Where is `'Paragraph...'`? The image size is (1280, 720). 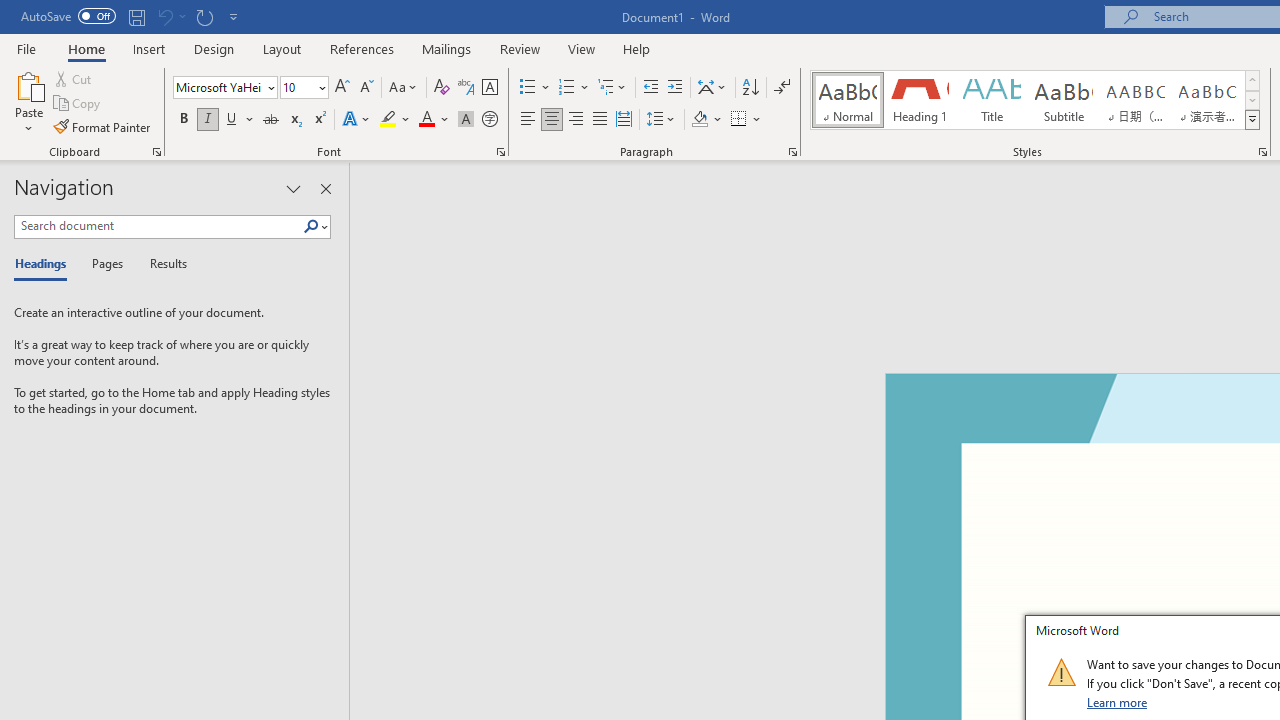 'Paragraph...' is located at coordinates (791, 150).